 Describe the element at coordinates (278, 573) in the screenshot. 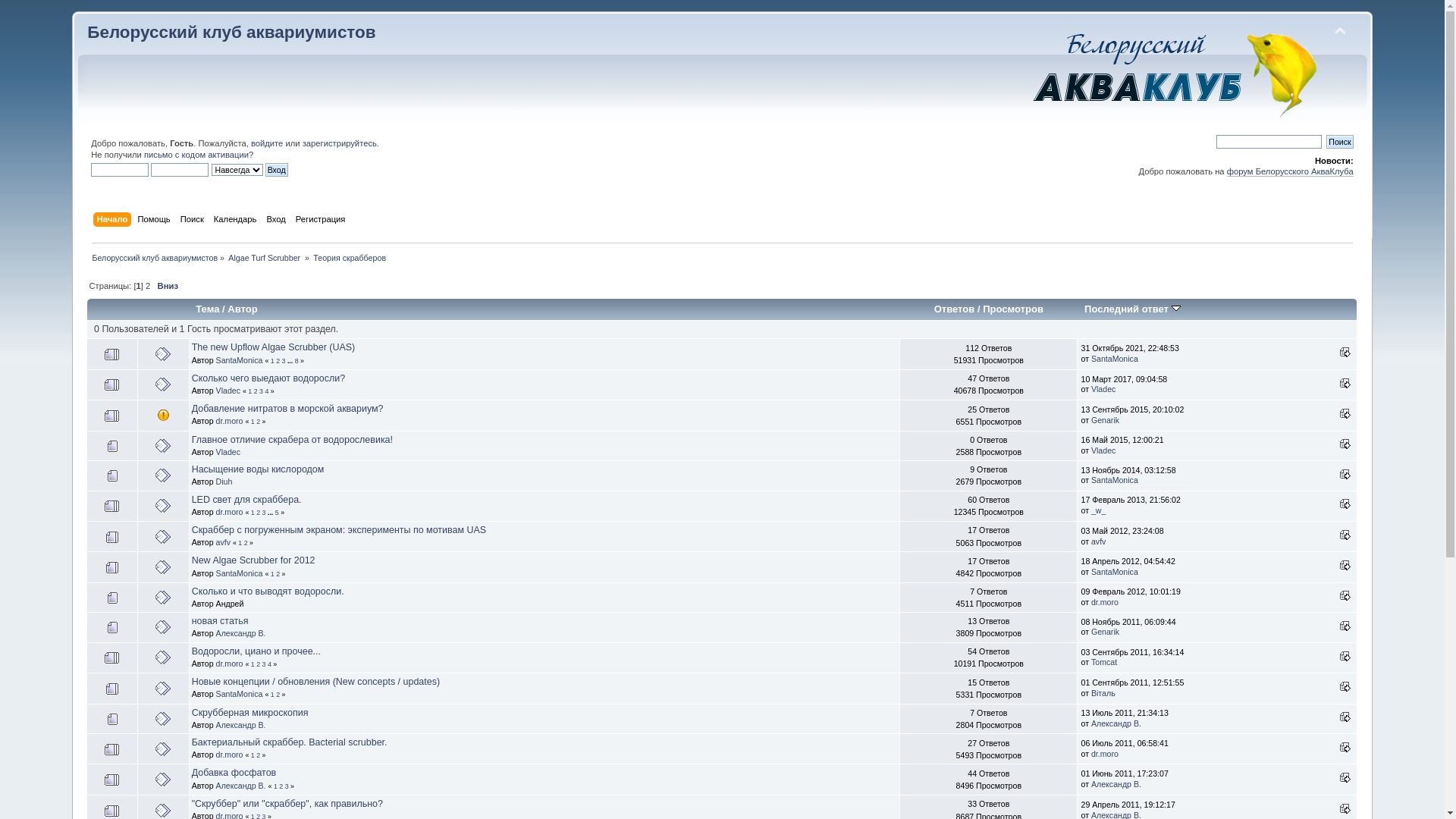

I see `'2'` at that location.